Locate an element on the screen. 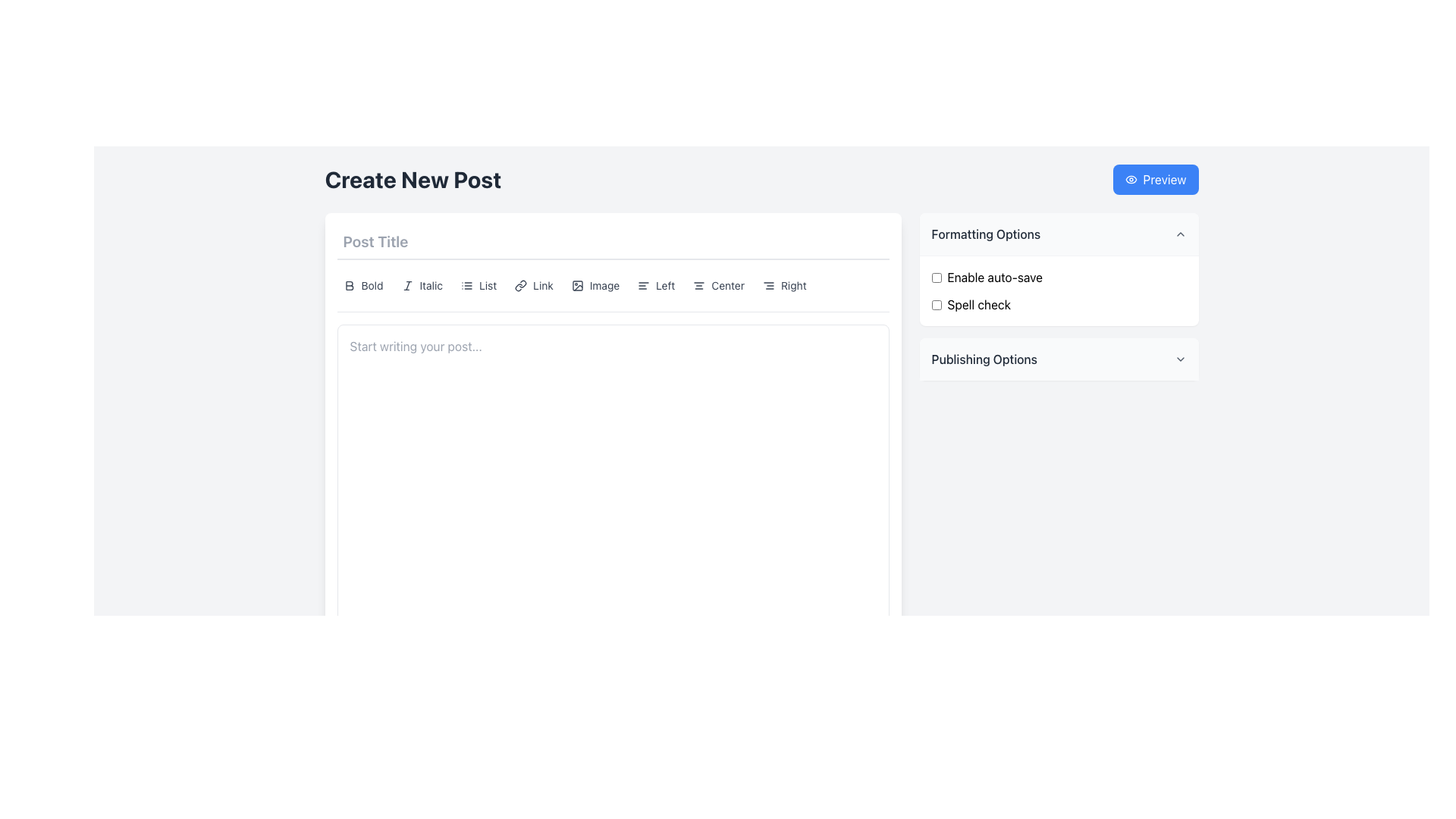 This screenshot has height=819, width=1456. the italic formatting button located between the 'Bold' and 'List' buttons in the toolbar is located at coordinates (422, 286).